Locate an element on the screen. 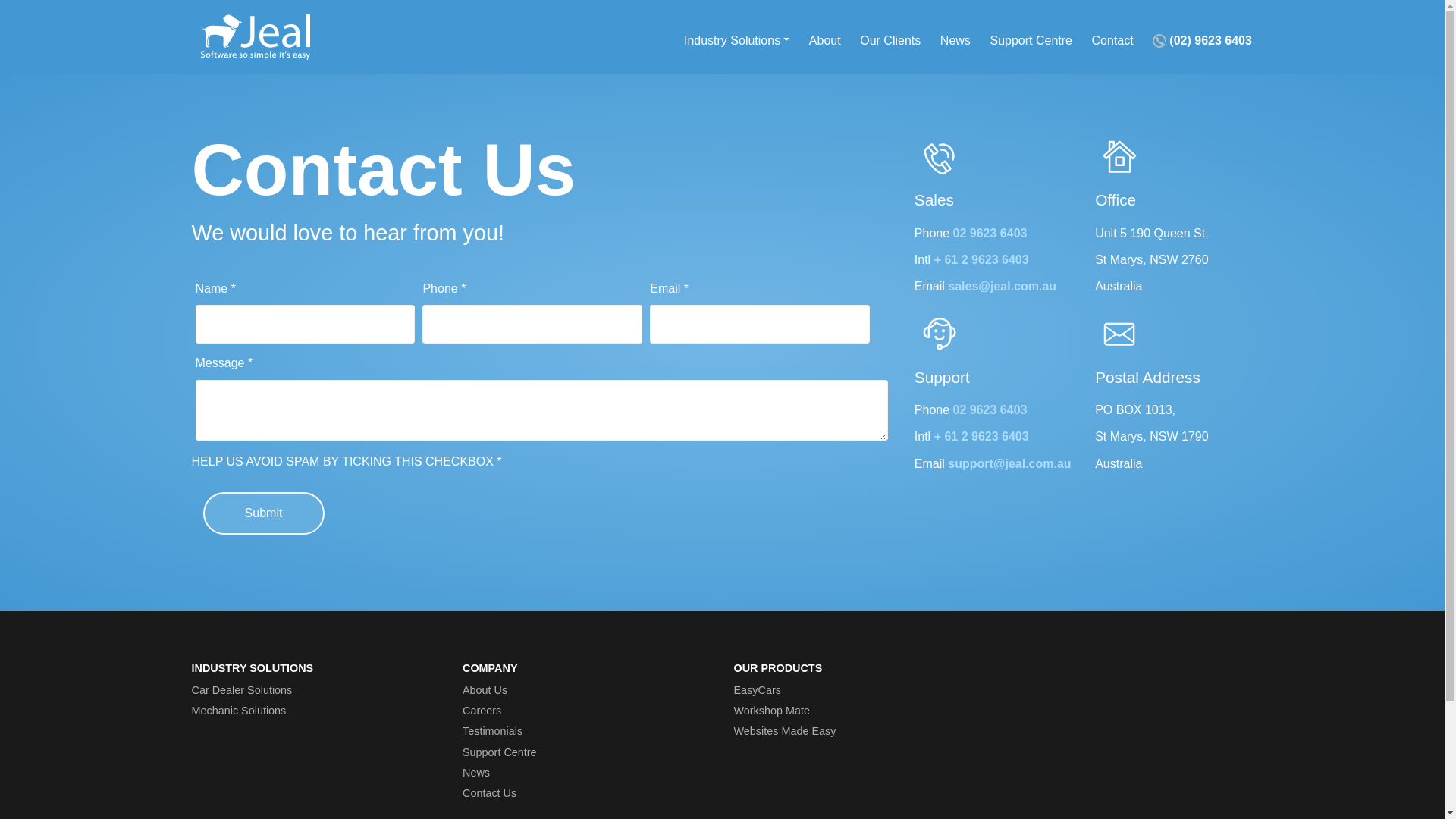 The image size is (1456, 819). 'Support Centre' is located at coordinates (1031, 39).